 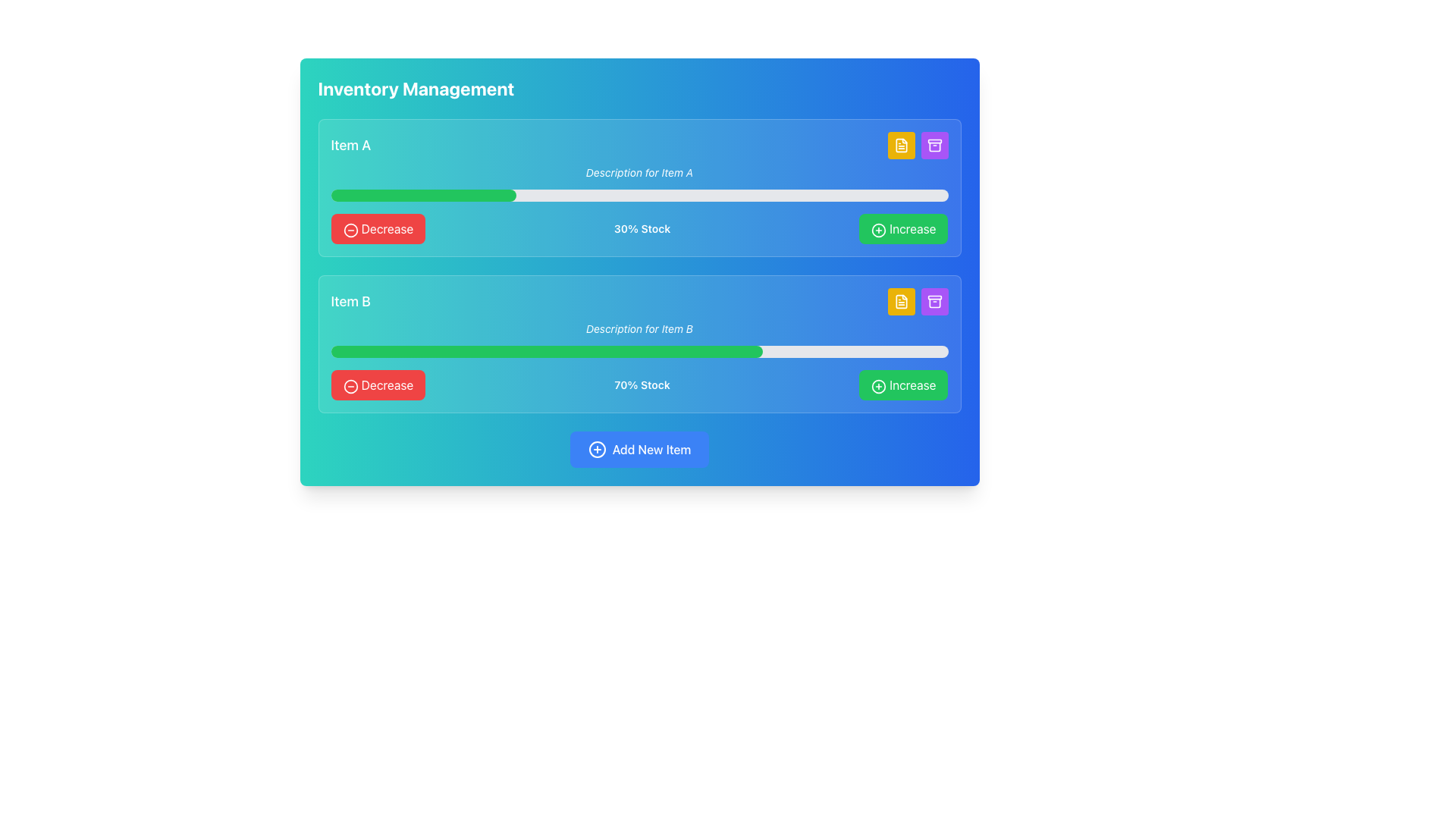 I want to click on the 'Add New Item' button, which is a horizontally-aligned button with a bright blue background, a white plus-circle icon, and white text, located at the bottom section of the interface, so click(x=639, y=449).